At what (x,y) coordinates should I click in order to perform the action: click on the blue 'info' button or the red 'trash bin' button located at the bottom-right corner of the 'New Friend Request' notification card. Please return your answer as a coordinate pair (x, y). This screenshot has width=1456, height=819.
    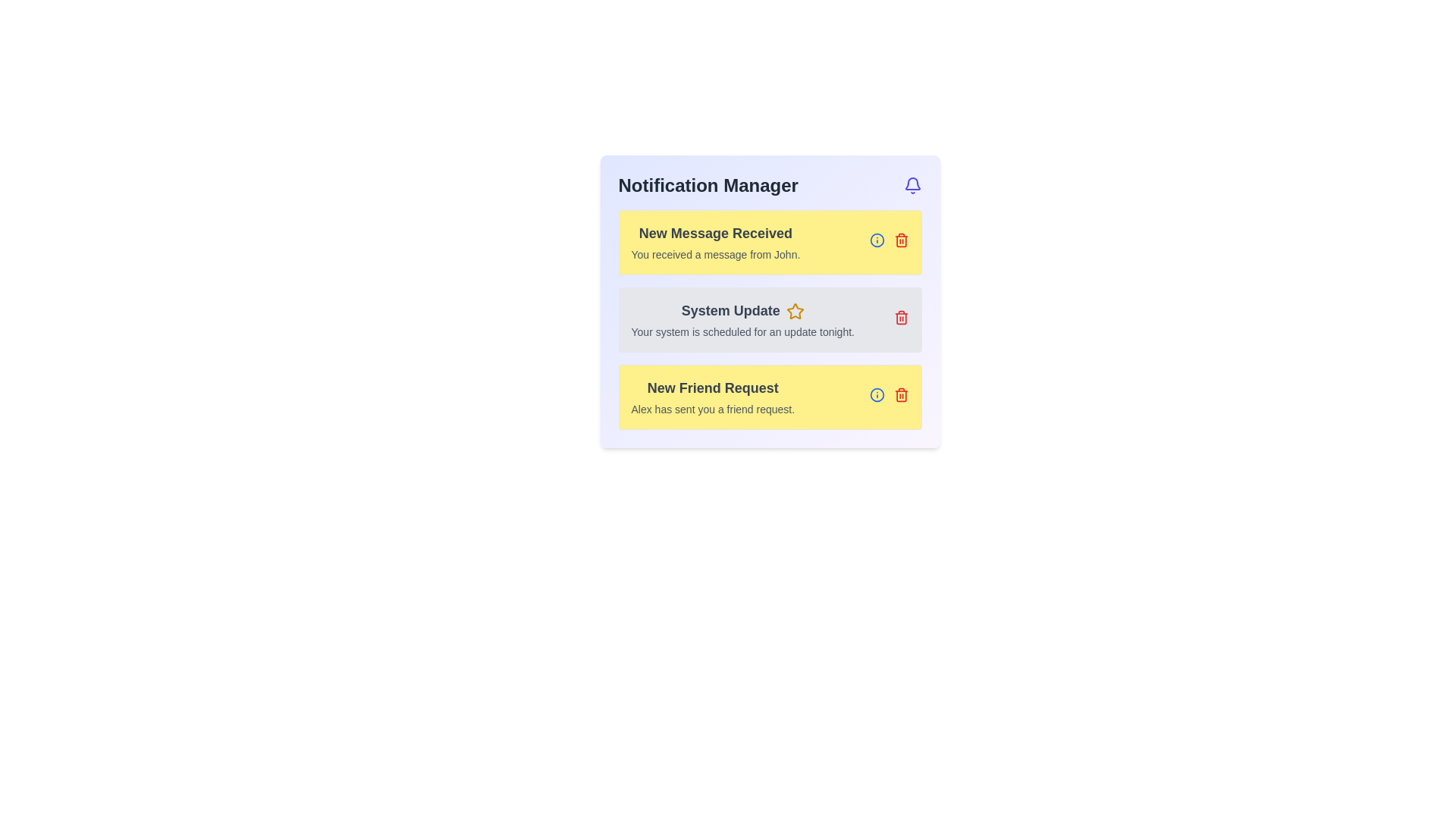
    Looking at the image, I should click on (889, 397).